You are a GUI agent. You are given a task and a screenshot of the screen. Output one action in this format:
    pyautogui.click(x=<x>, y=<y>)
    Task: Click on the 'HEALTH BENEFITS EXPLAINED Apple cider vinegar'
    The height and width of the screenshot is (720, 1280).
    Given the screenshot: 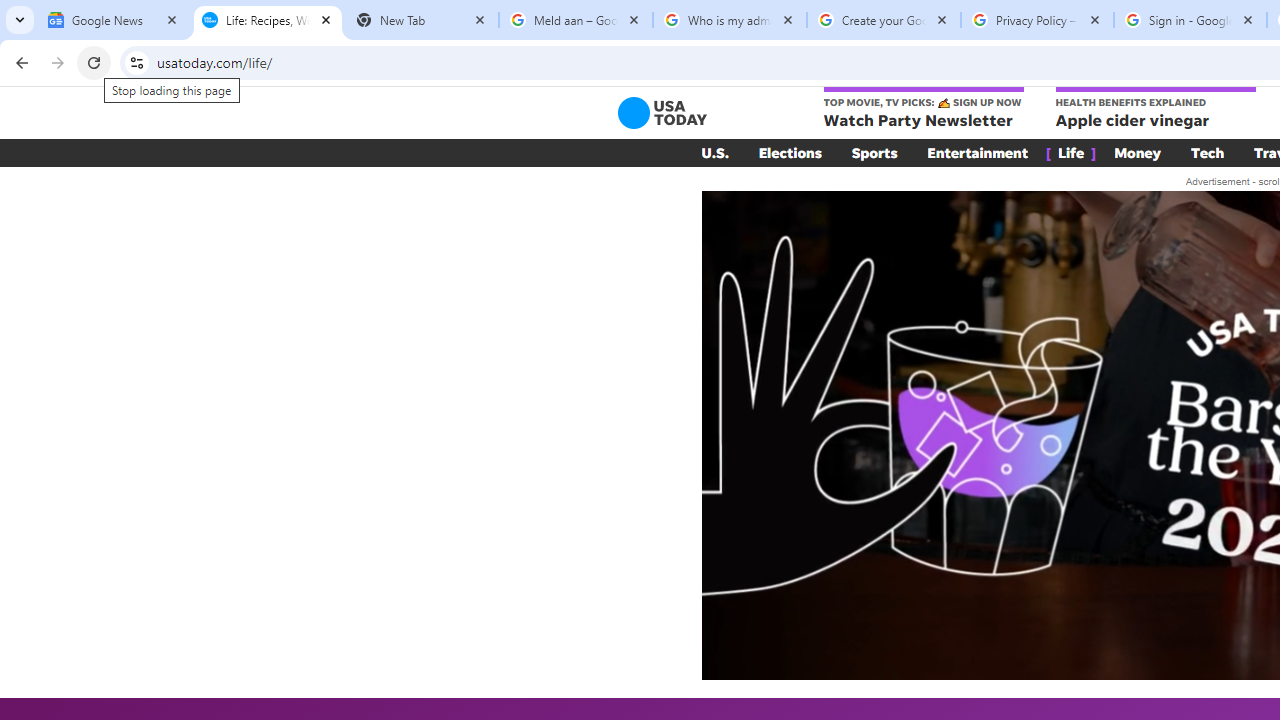 What is the action you would take?
    pyautogui.click(x=1155, y=109)
    